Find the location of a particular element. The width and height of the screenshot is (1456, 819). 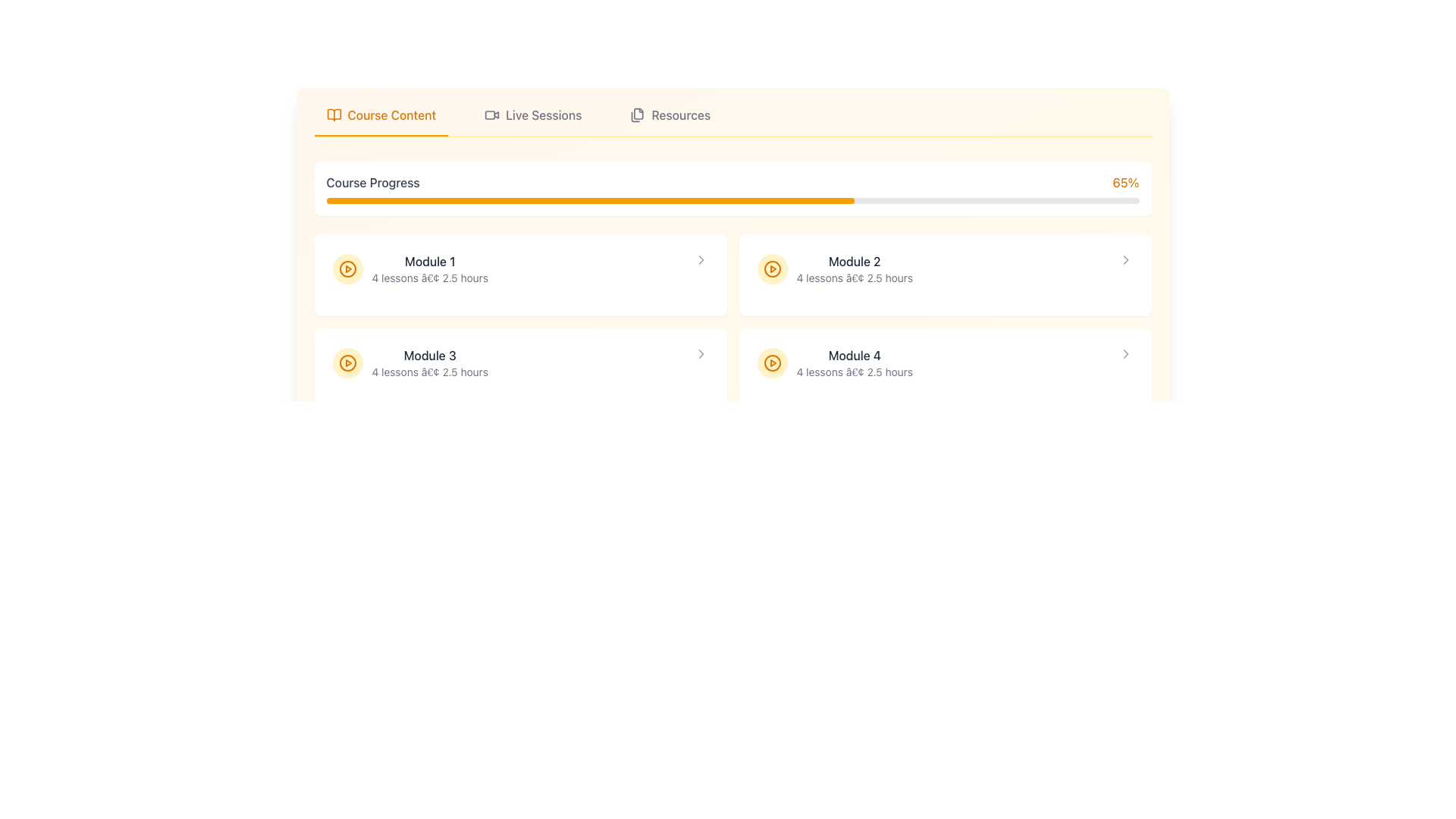

the play icon in the 'Module 4' grouped UI component located at the bottom right of the interface to start the module's content is located at coordinates (944, 362).